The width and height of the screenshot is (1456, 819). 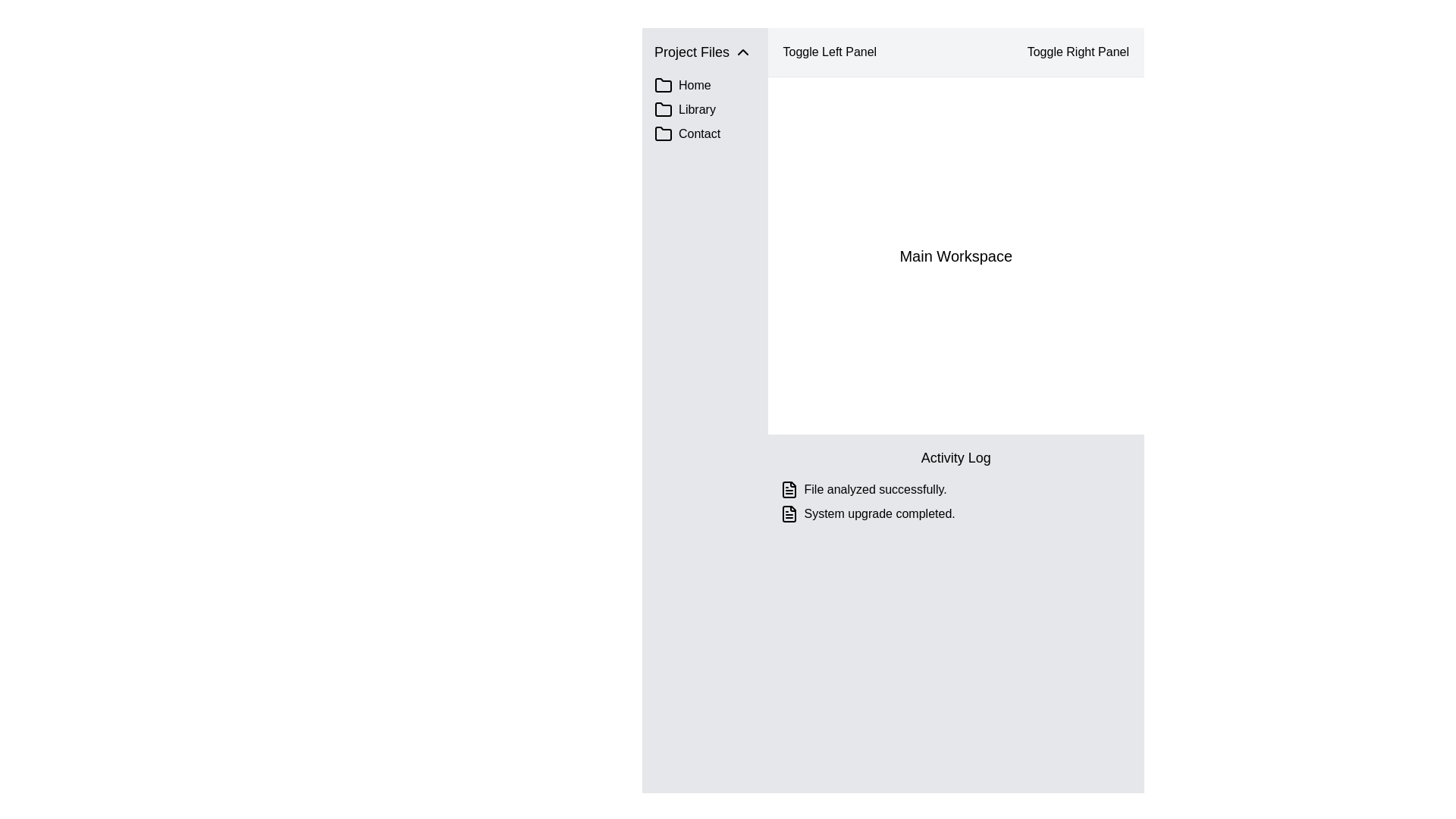 I want to click on the 'Contact' navigation link in the vertical menu, so click(x=704, y=133).